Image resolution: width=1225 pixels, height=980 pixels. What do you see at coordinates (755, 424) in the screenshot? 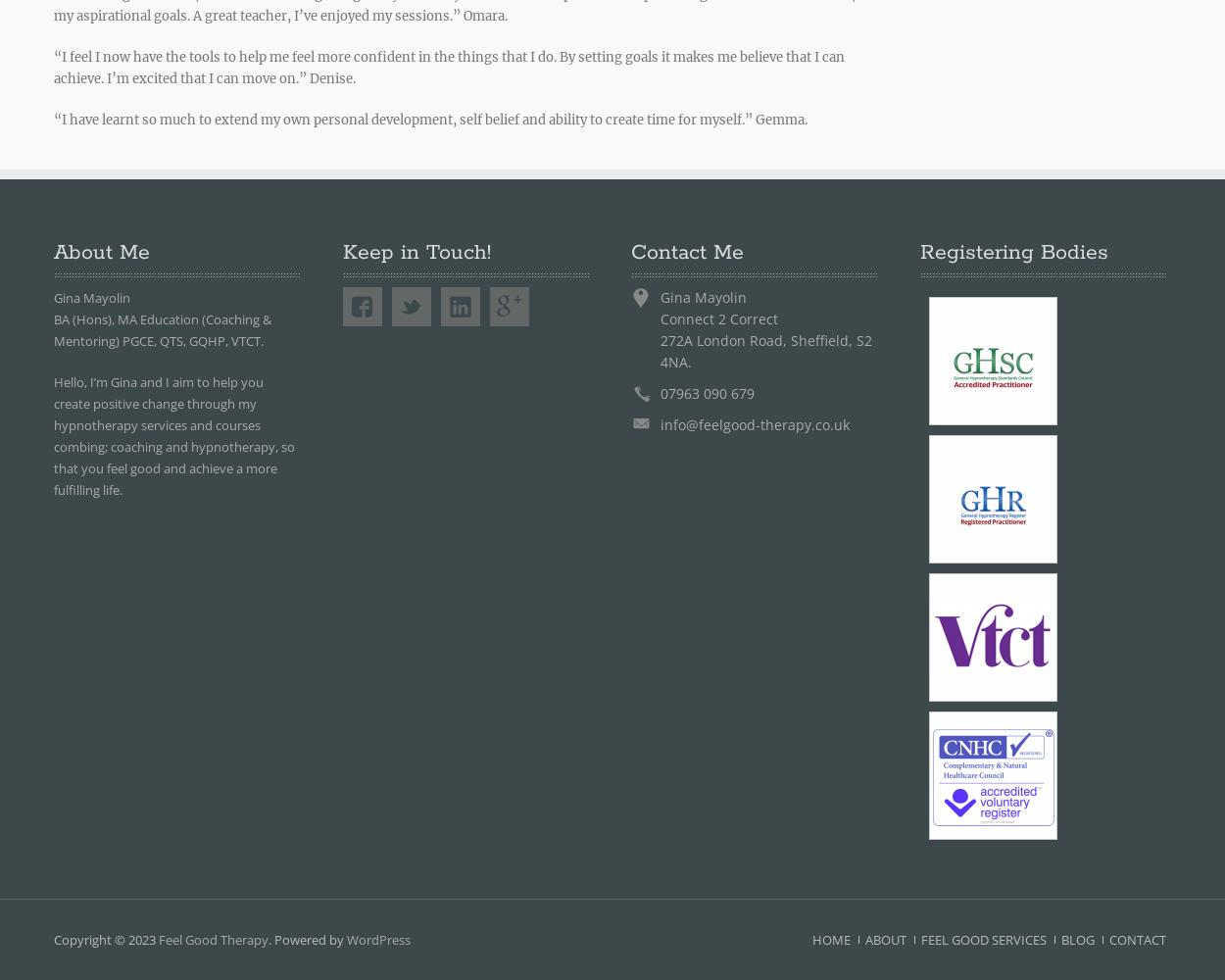
I see `'info@feelgood-therapy.co.uk'` at bounding box center [755, 424].